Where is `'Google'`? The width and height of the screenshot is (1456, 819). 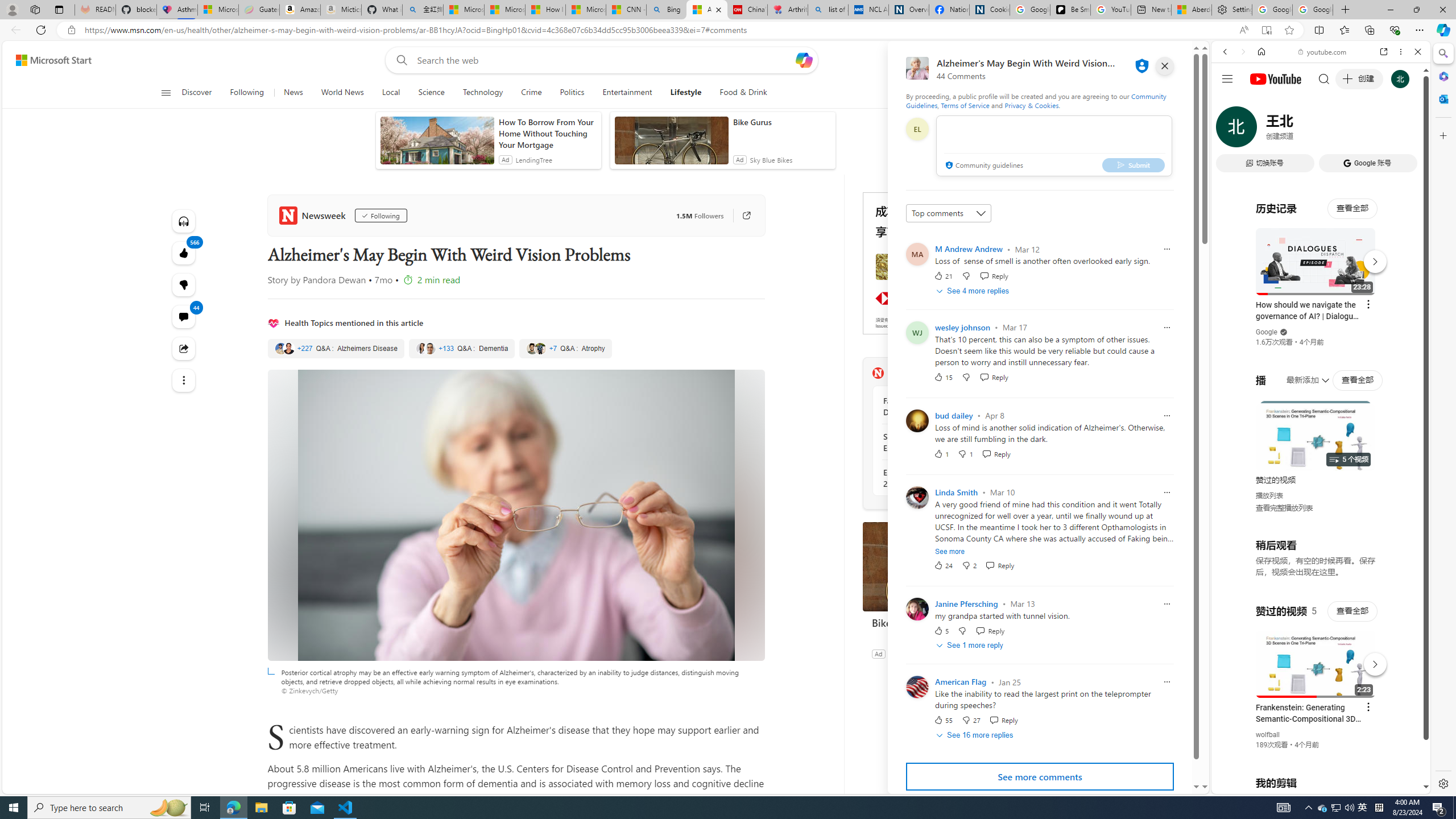
'Google' is located at coordinates (1266, 331).